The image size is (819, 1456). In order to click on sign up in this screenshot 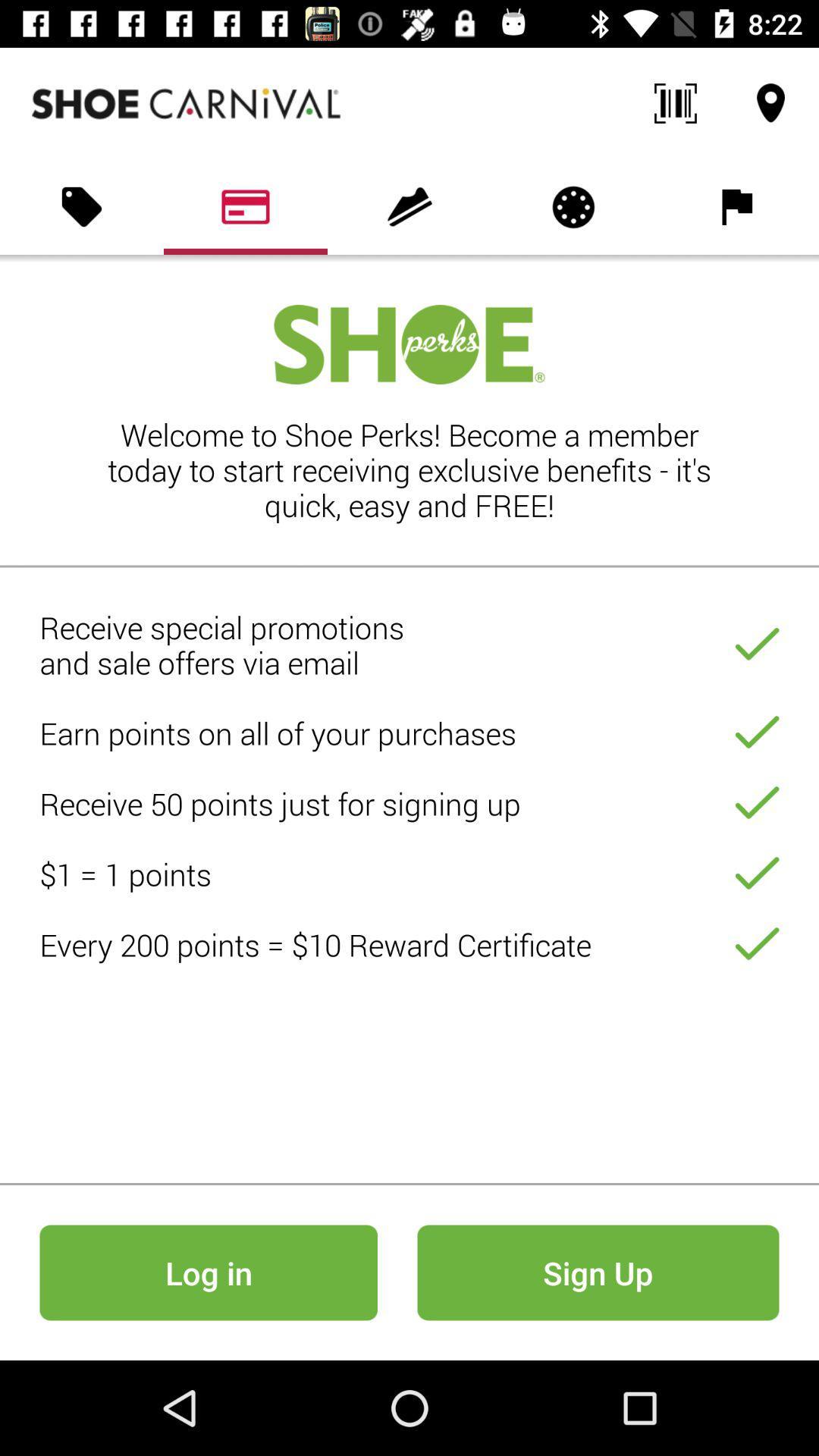, I will do `click(598, 1272)`.